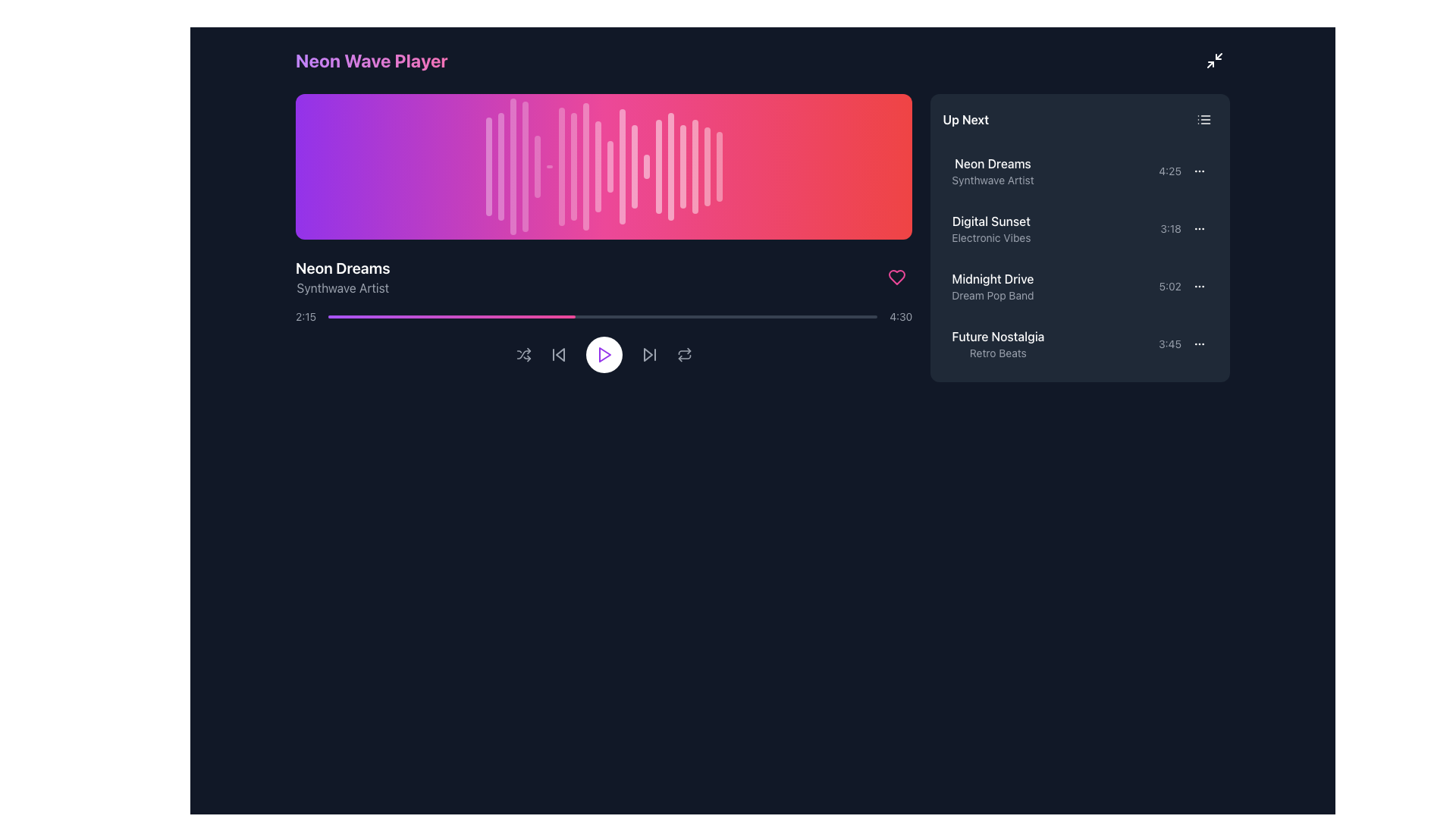  I want to click on the text display element that shows 'Neon Dreams' in large, bold white font and 'Synthwave Artist' in smaller gray font, located in the lower-left part of the interface, so click(342, 278).